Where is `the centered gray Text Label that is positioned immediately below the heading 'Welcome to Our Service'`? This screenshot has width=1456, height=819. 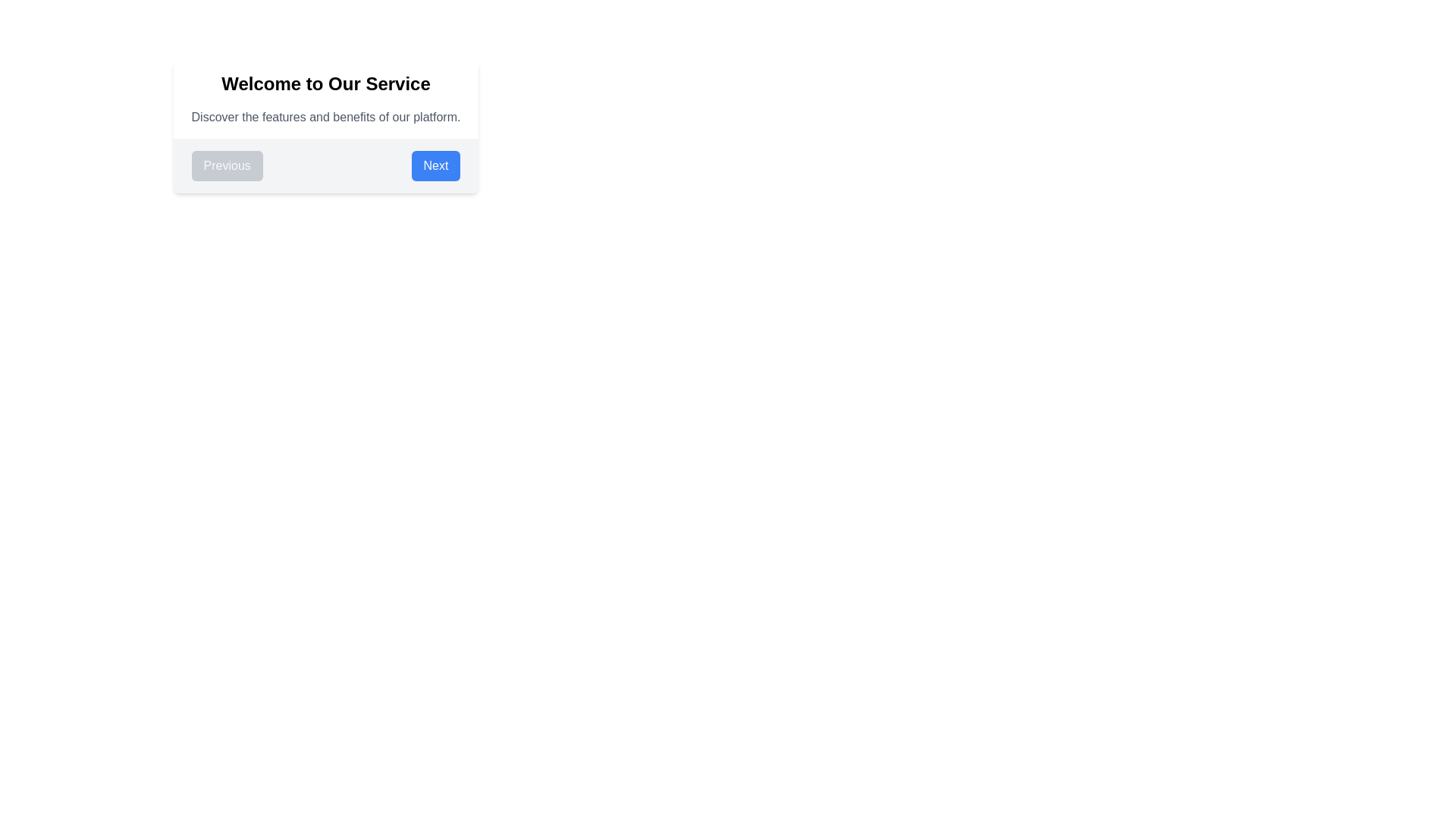 the centered gray Text Label that is positioned immediately below the heading 'Welcome to Our Service' is located at coordinates (325, 116).